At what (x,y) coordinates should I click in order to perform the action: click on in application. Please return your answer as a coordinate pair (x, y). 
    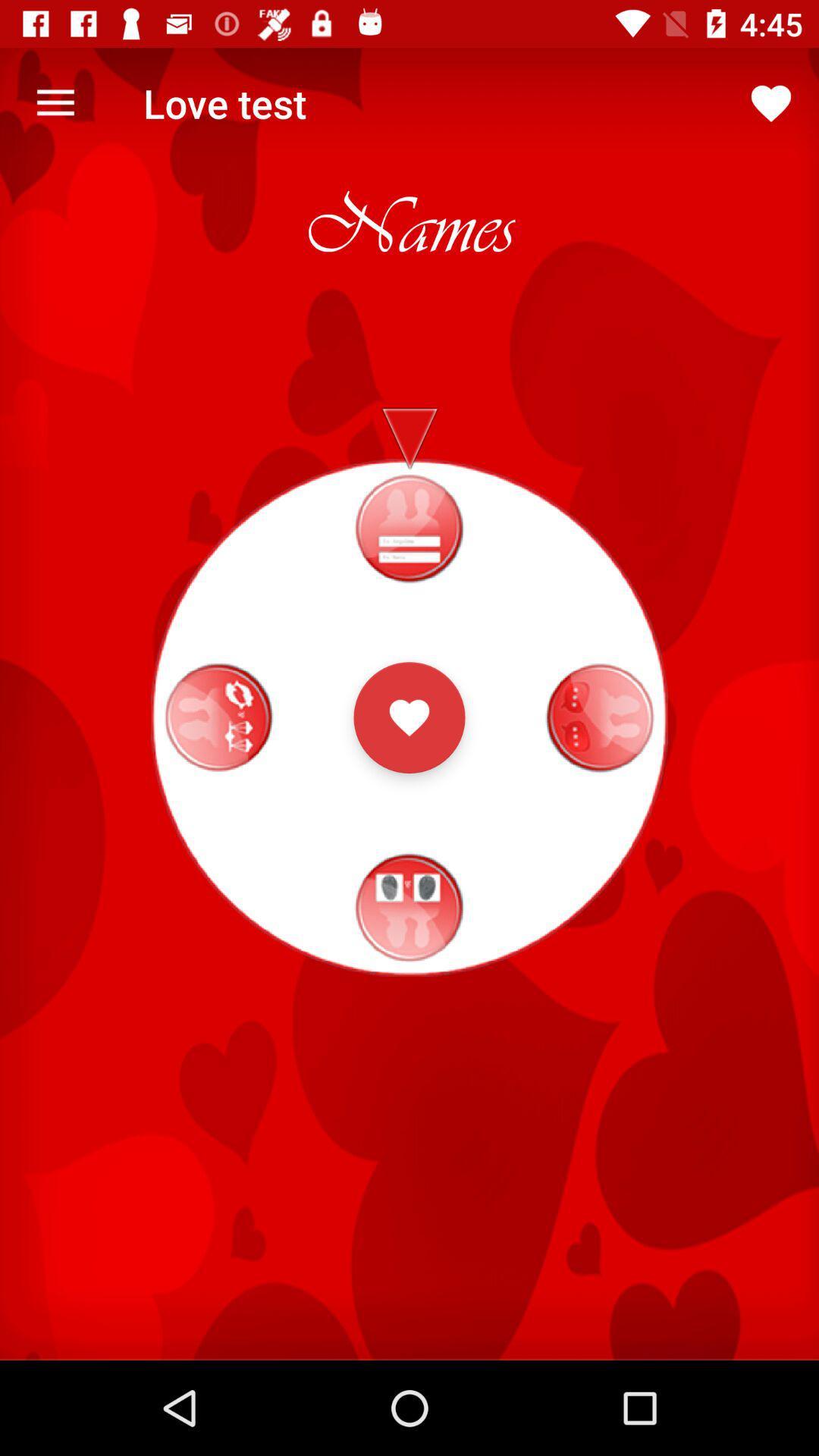
    Looking at the image, I should click on (409, 717).